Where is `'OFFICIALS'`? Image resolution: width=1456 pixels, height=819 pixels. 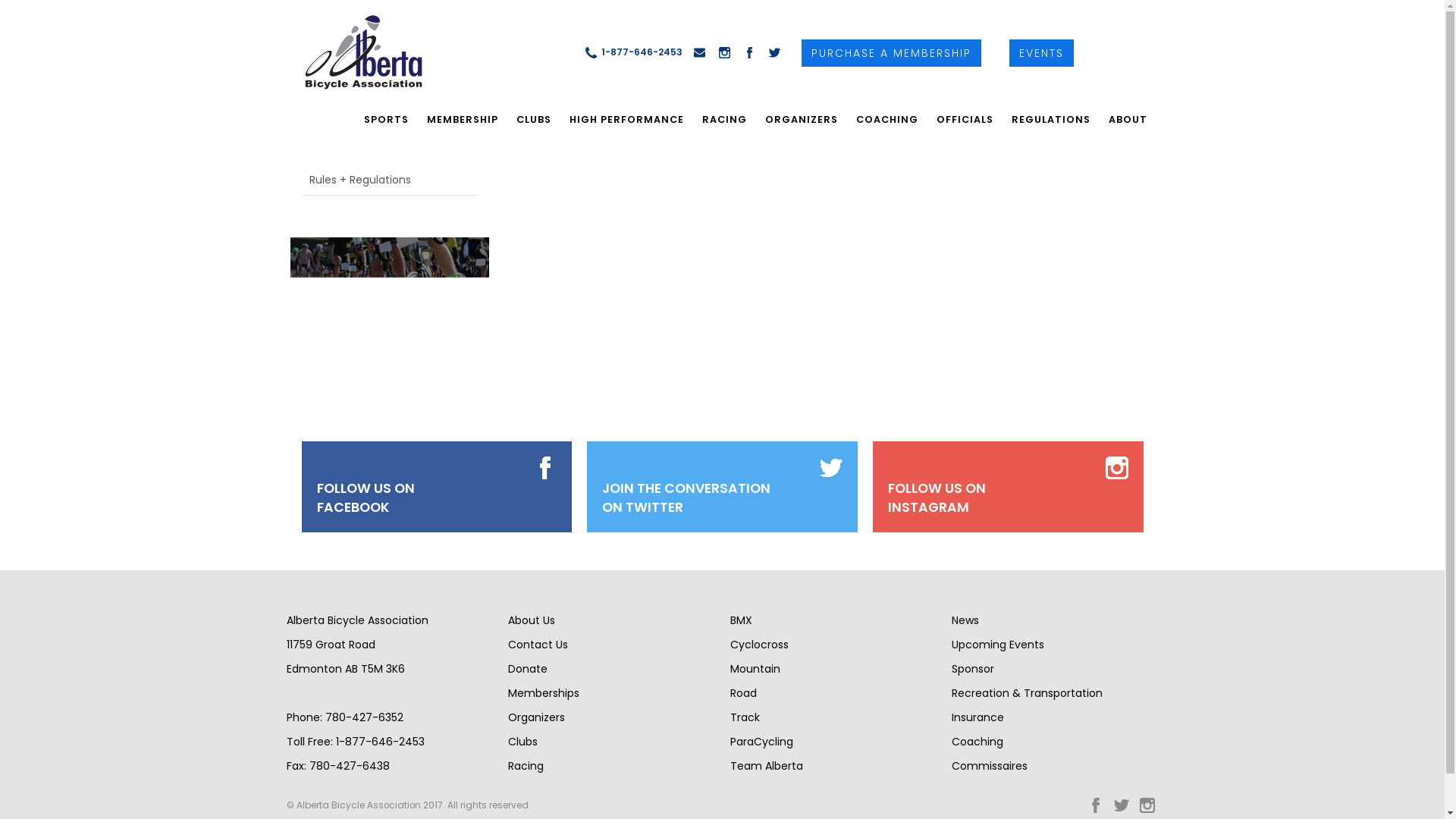
'OFFICIALS' is located at coordinates (963, 119).